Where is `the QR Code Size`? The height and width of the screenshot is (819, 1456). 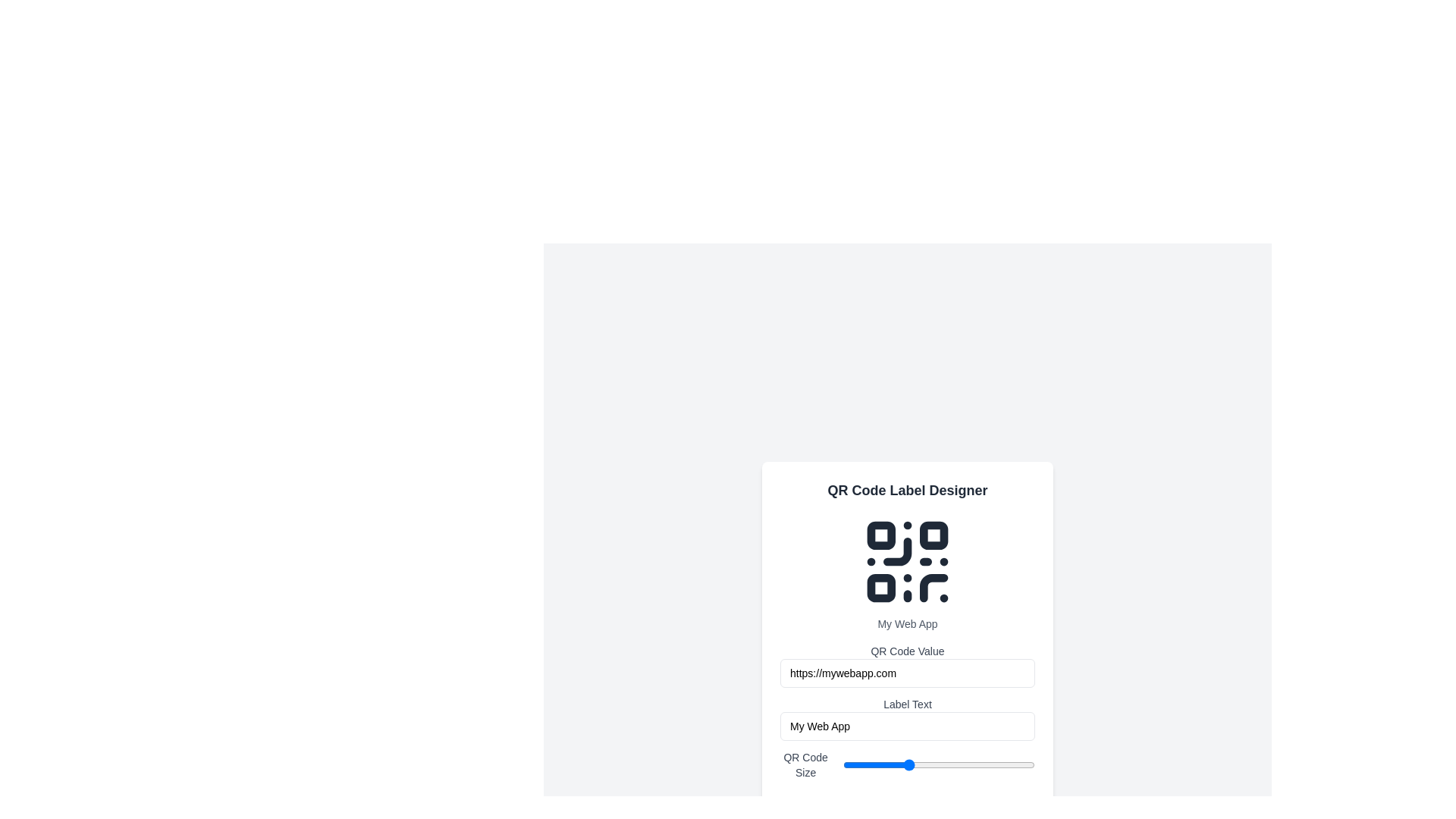
the QR Code Size is located at coordinates (1021, 765).